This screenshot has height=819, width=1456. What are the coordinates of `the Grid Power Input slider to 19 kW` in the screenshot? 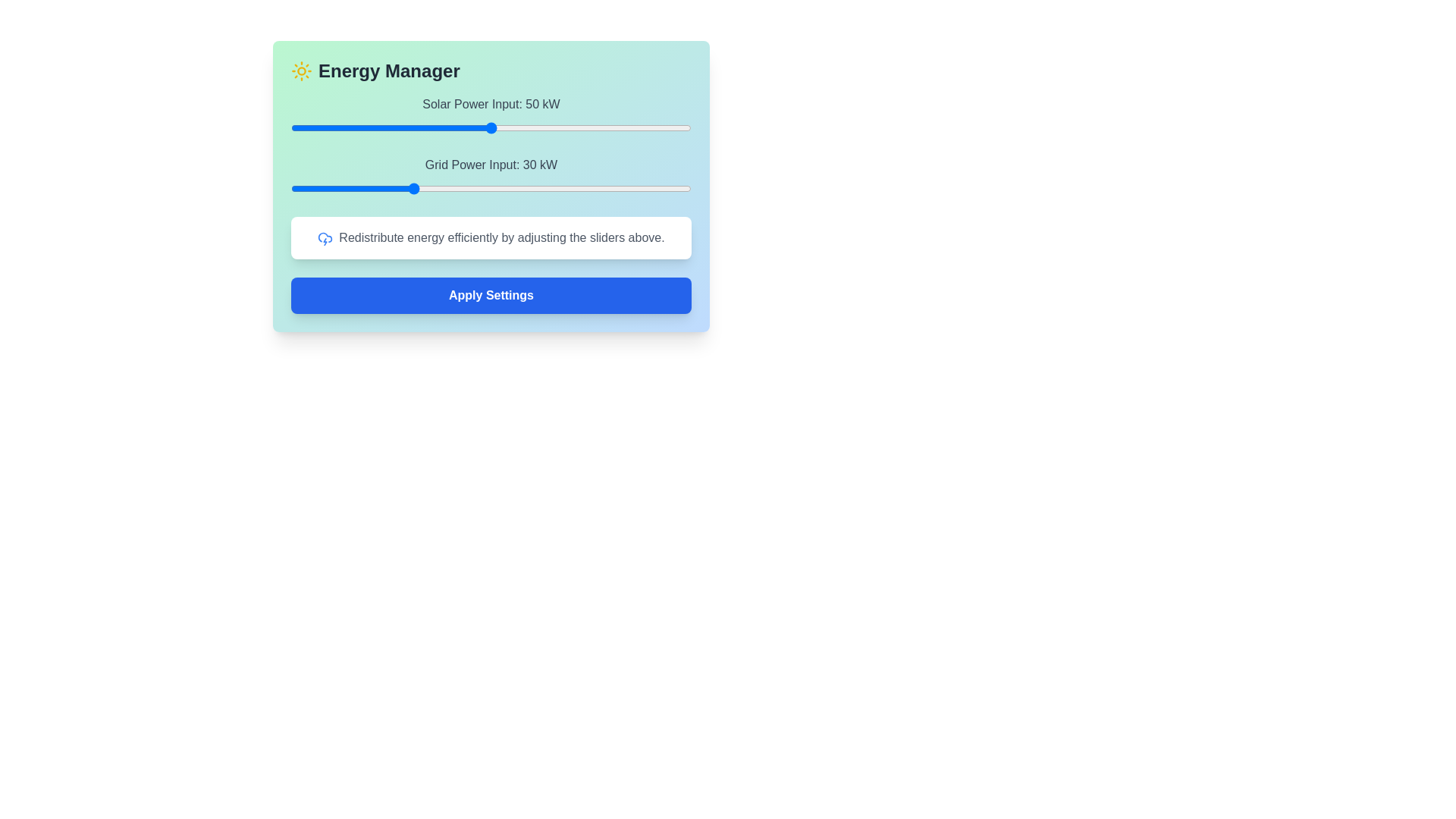 It's located at (367, 188).